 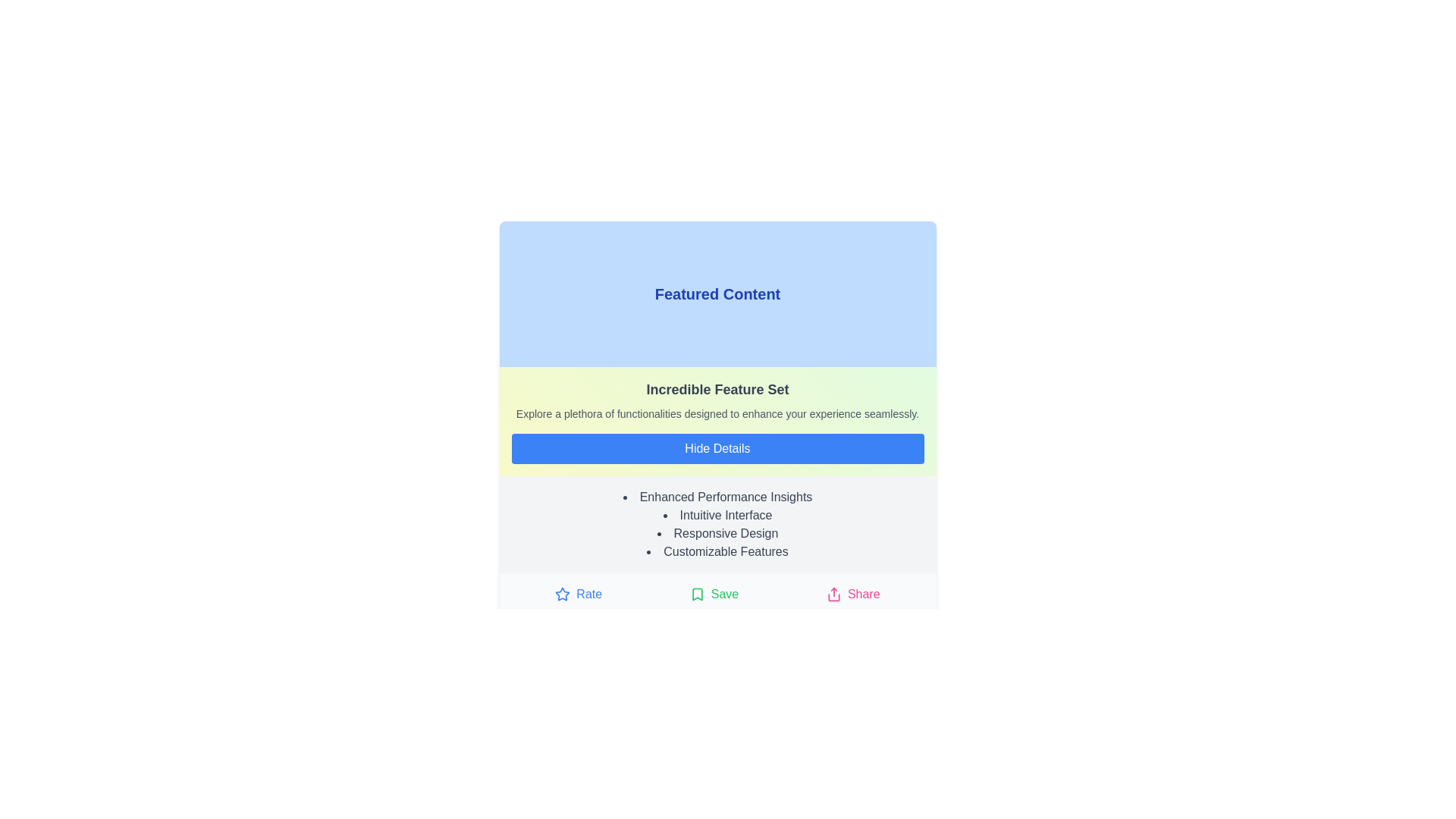 What do you see at coordinates (717, 533) in the screenshot?
I see `the informational text element that lists 'Responsive Design' in the bulleted list under the 'Incredible Feature Set' heading` at bounding box center [717, 533].